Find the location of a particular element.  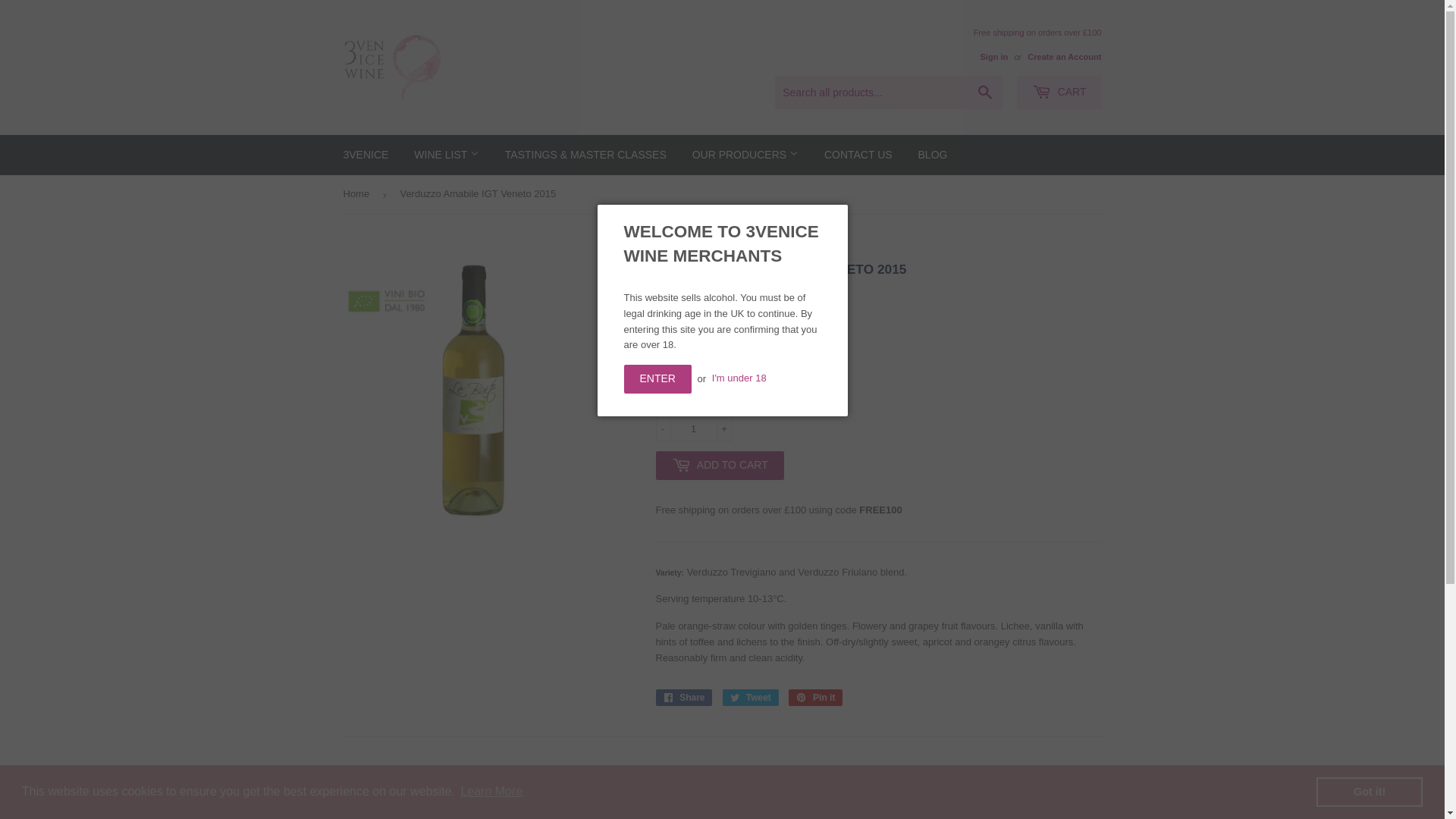

'BLOG' is located at coordinates (932, 155).